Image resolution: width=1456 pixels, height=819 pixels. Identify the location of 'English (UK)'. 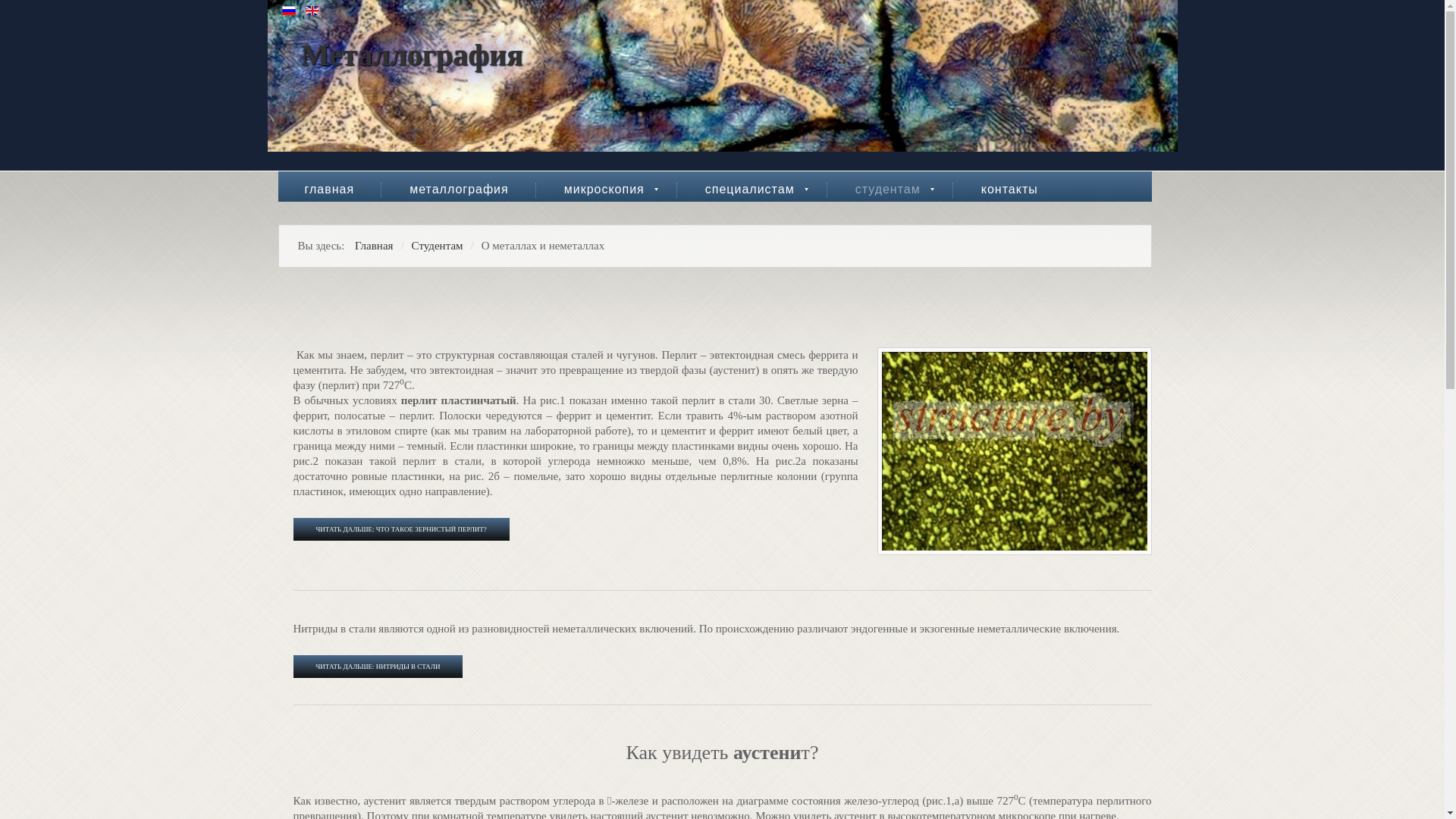
(312, 11).